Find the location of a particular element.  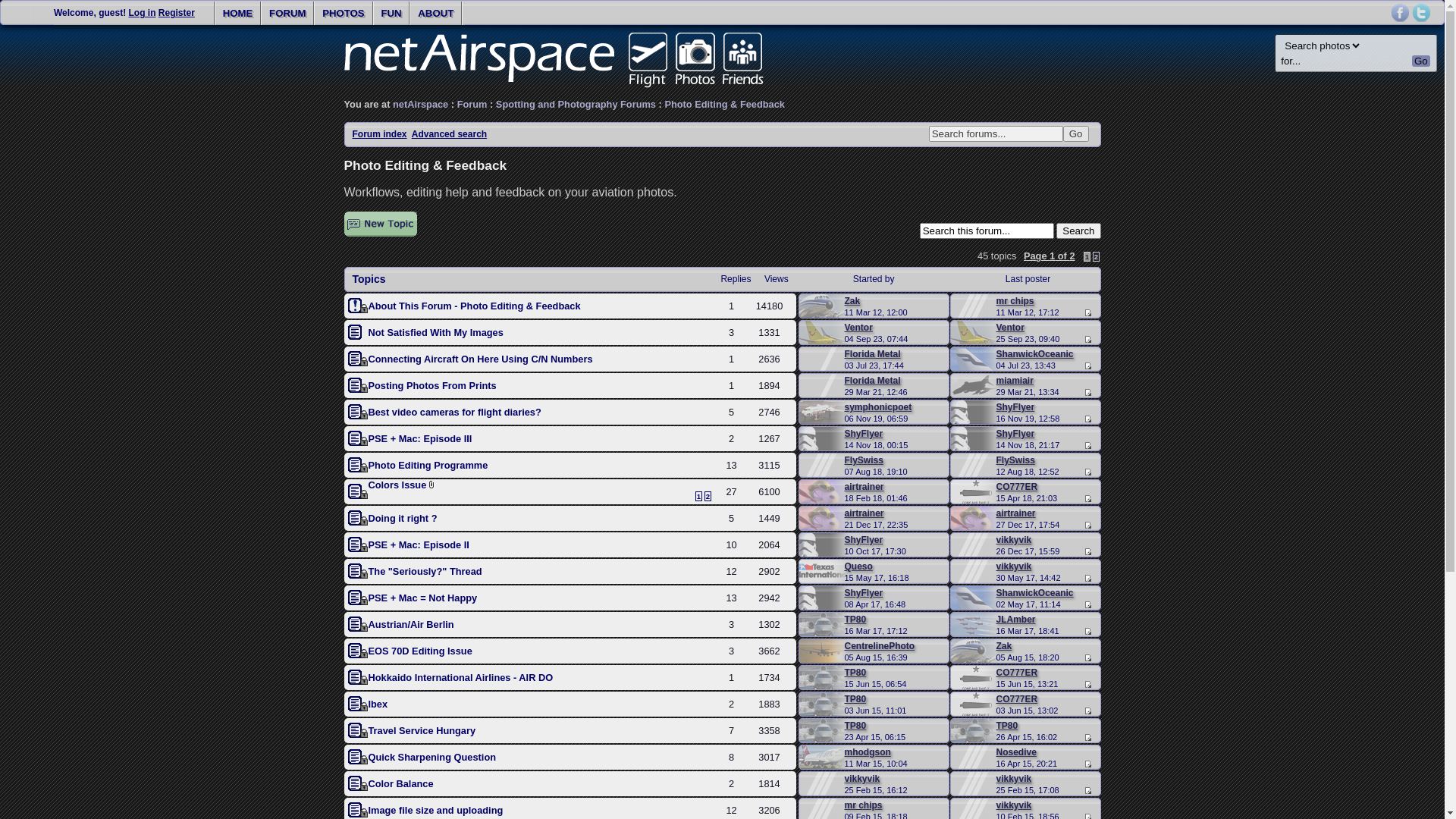

'FORUM' is located at coordinates (287, 13).